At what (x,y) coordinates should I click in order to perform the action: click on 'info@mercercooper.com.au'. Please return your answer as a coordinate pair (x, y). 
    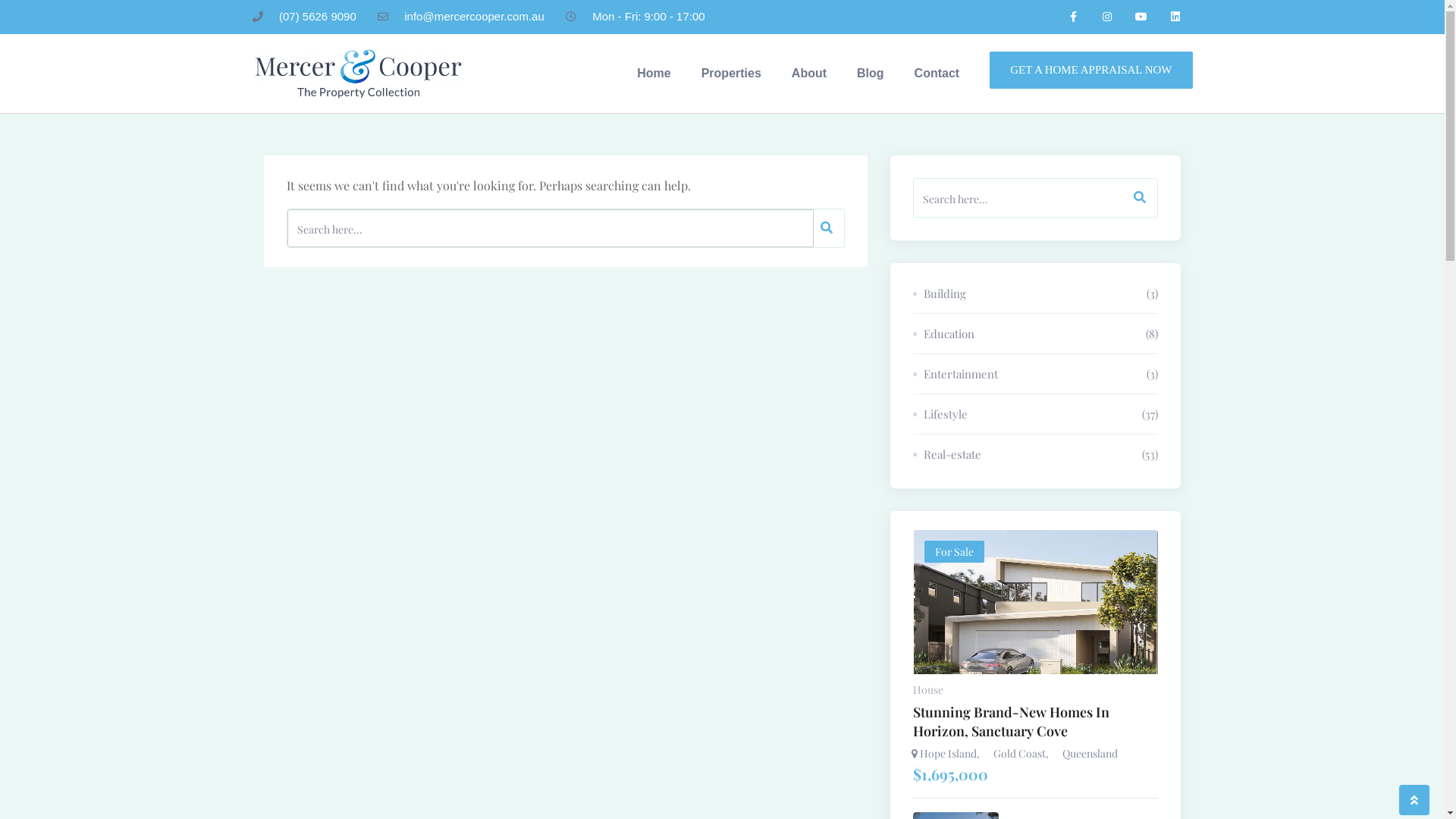
    Looking at the image, I should click on (378, 17).